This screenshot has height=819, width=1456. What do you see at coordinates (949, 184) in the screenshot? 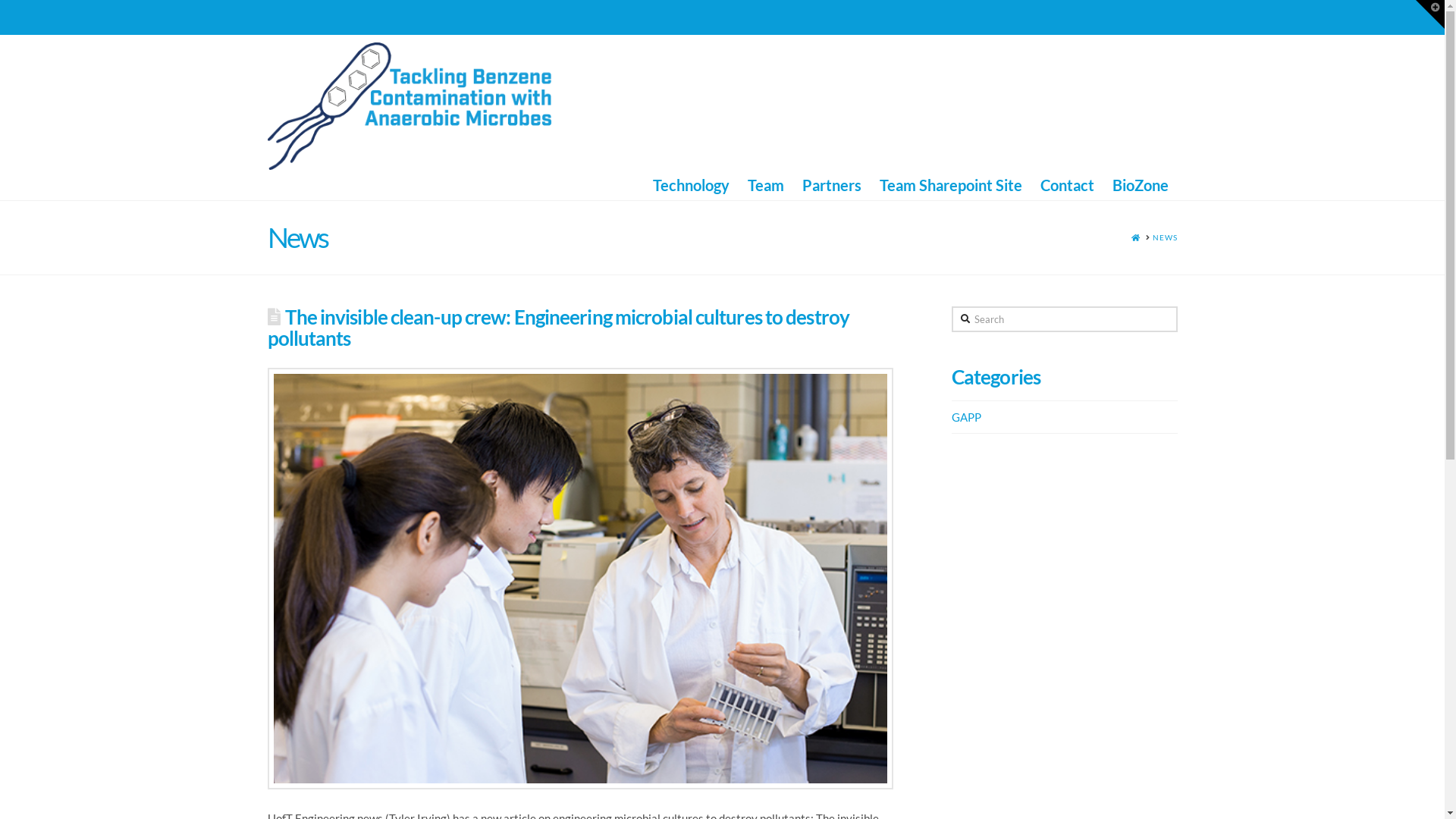
I see `'Team Sharepoint Site'` at bounding box center [949, 184].